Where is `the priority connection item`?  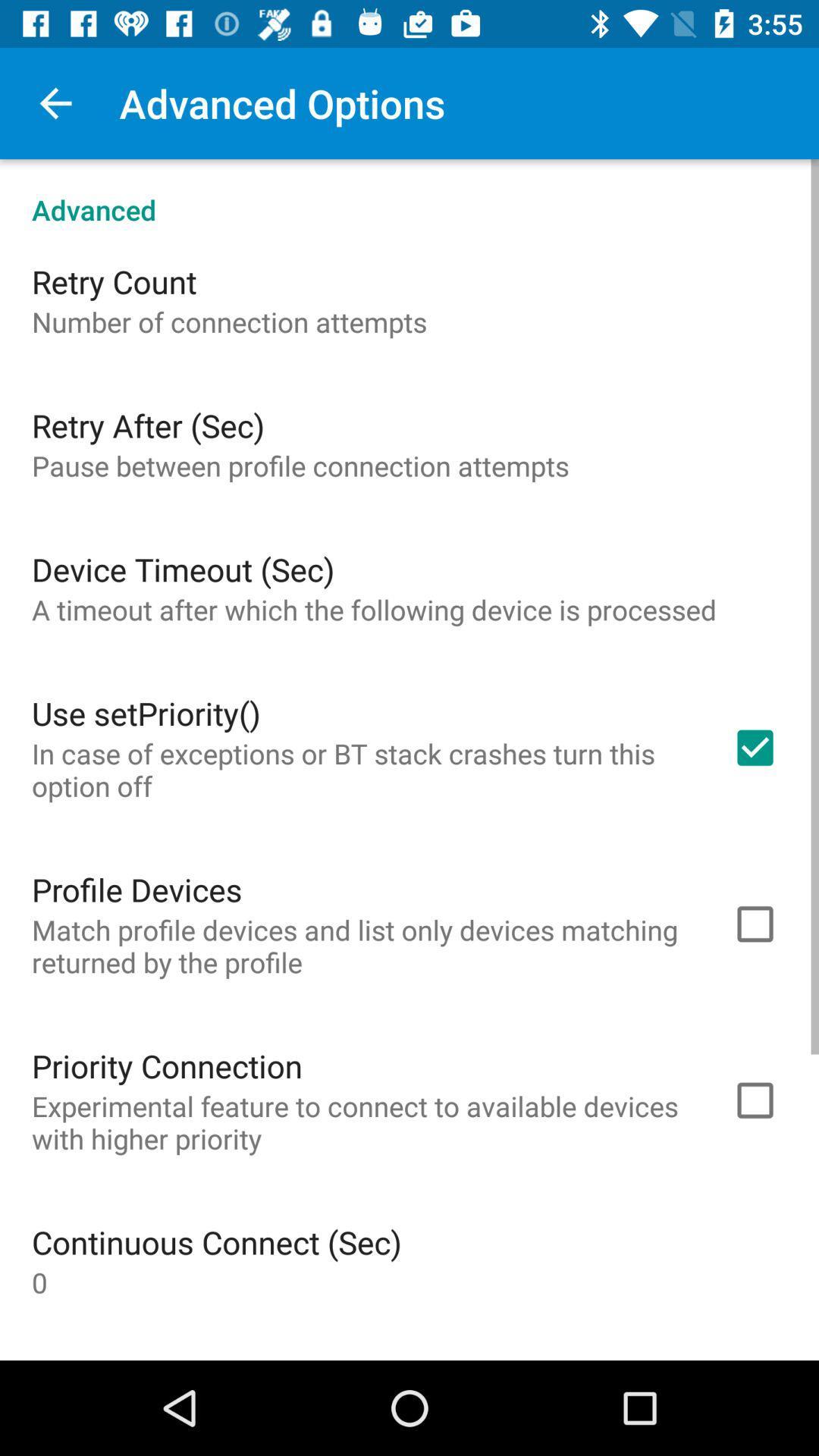
the priority connection item is located at coordinates (167, 1065).